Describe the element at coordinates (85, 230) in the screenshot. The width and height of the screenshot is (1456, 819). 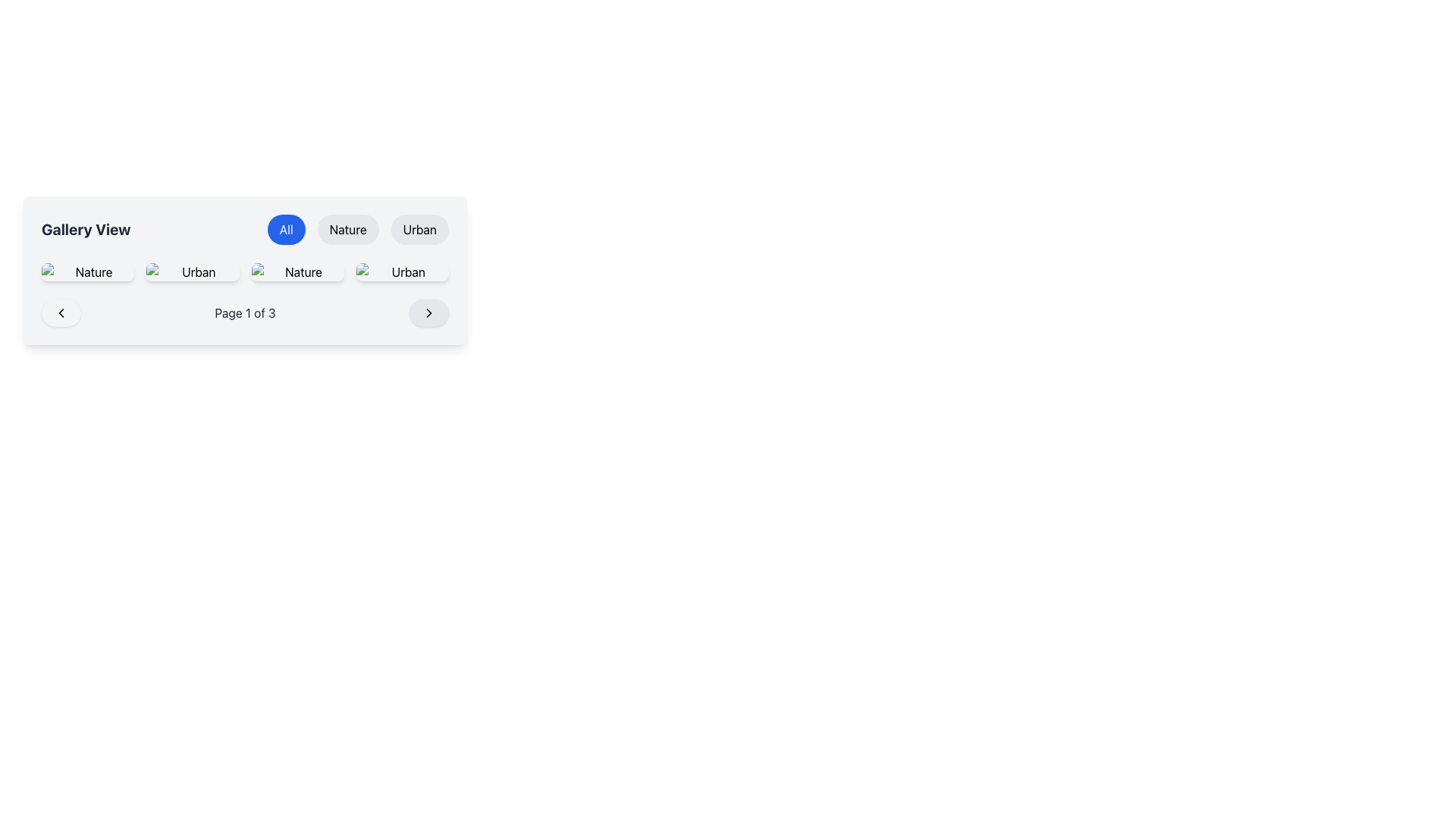
I see `the Text Label that serves as a title or header in the upper left corner of the interface` at that location.